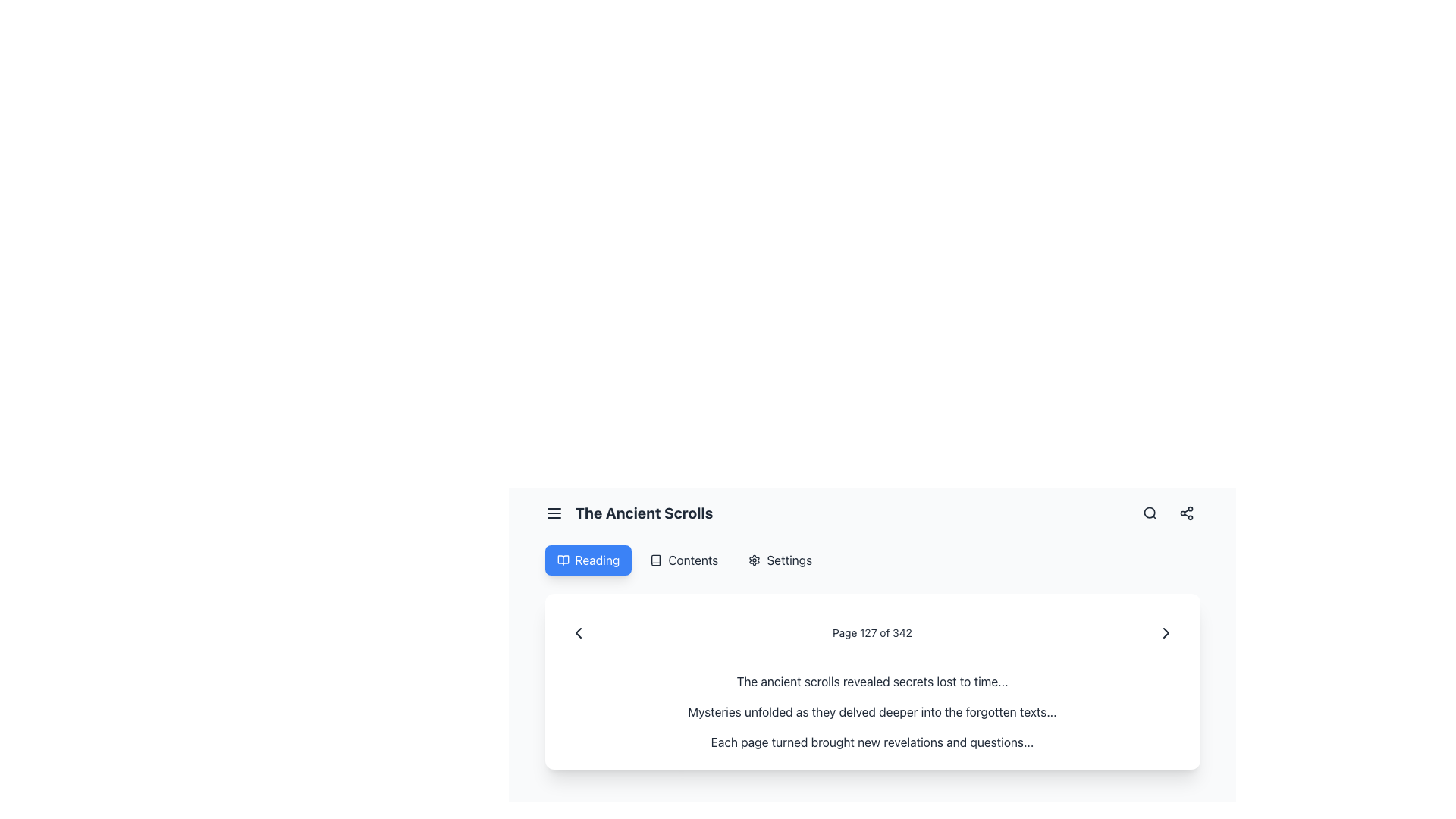  Describe the element at coordinates (644, 513) in the screenshot. I see `the prominently styled text label reading 'The Ancient Scrolls', which is located at the top of the interface within the navigation header` at that location.